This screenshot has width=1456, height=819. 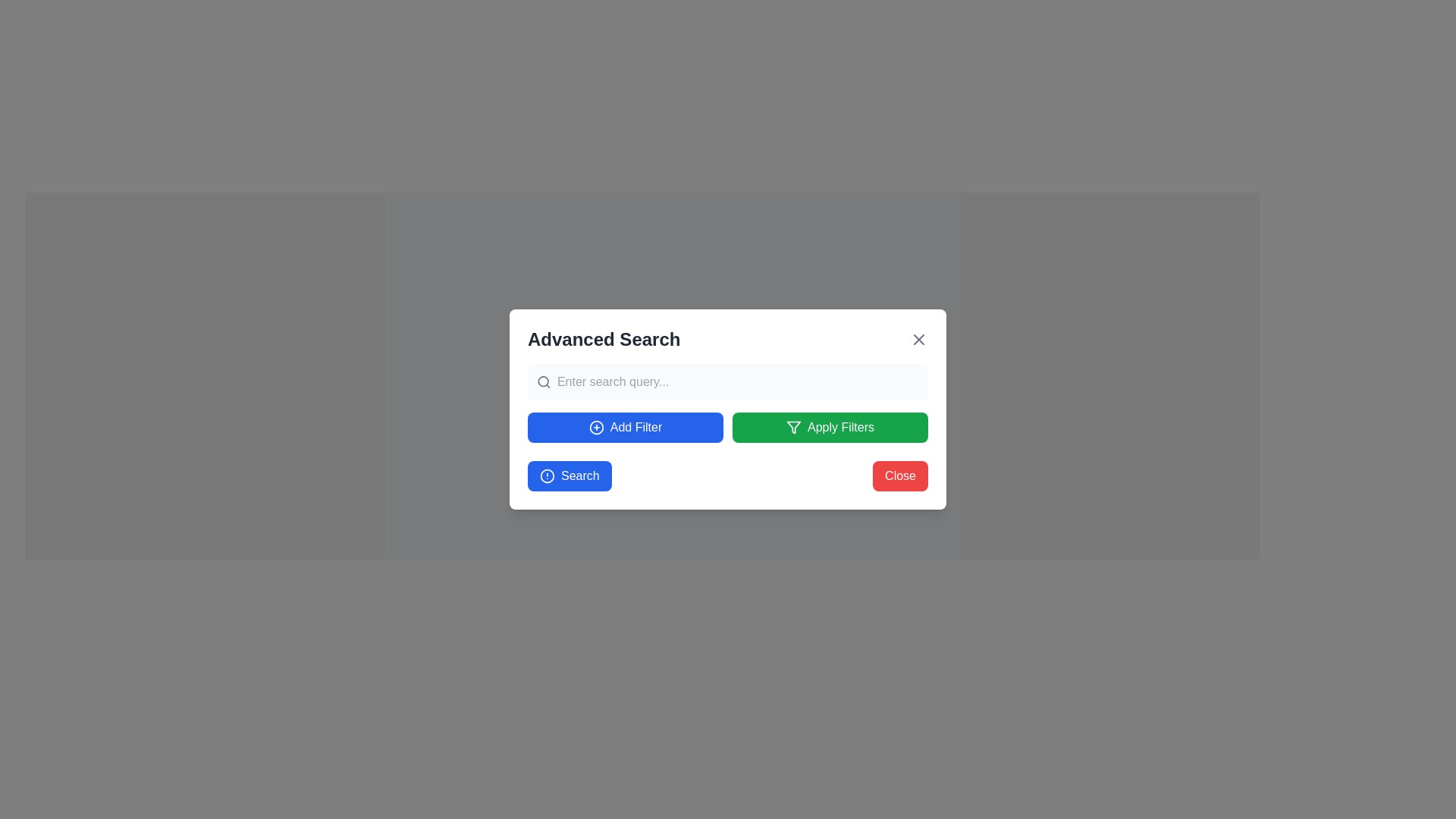 What do you see at coordinates (626, 427) in the screenshot?
I see `the 'Add Filter' button, which has rounded edges, a blue background, white text, and a plus icon, located in the bottom-left quadrant of the modal` at bounding box center [626, 427].